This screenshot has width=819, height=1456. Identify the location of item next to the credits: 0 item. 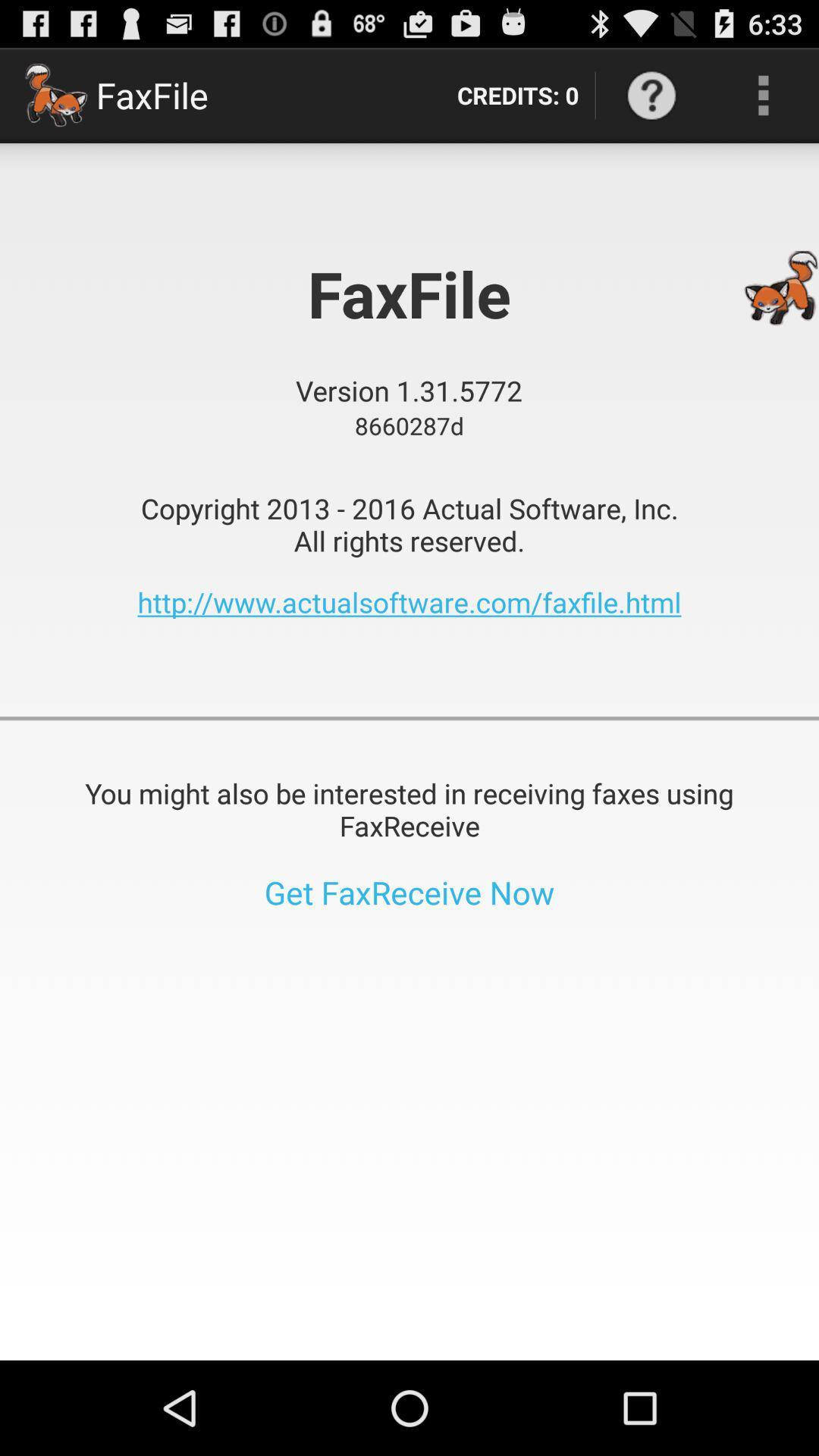
(651, 94).